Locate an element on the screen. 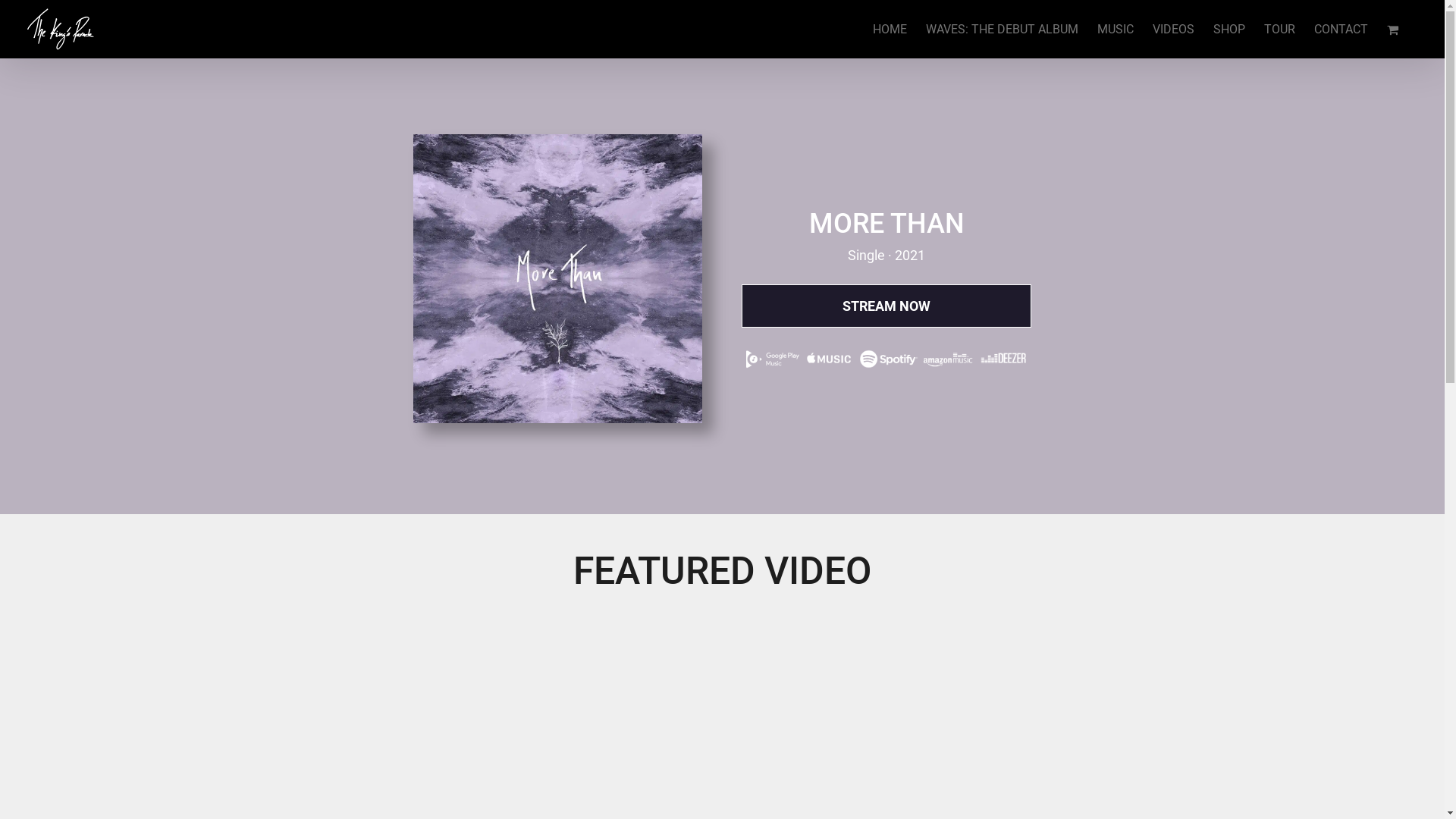 Image resolution: width=1456 pixels, height=819 pixels. 'VIDEOS' is located at coordinates (1172, 29).